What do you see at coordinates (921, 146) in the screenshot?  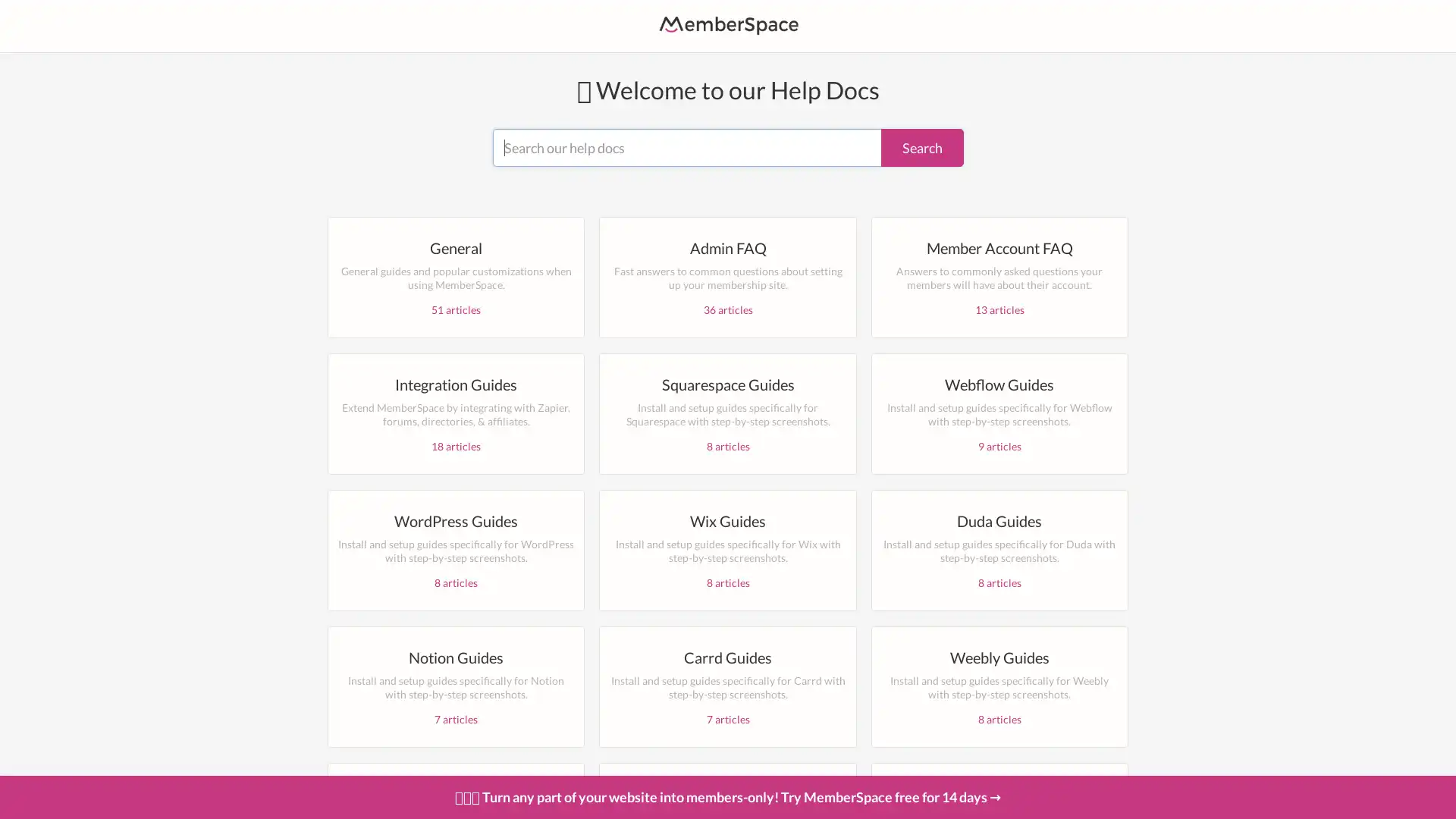 I see `Search` at bounding box center [921, 146].